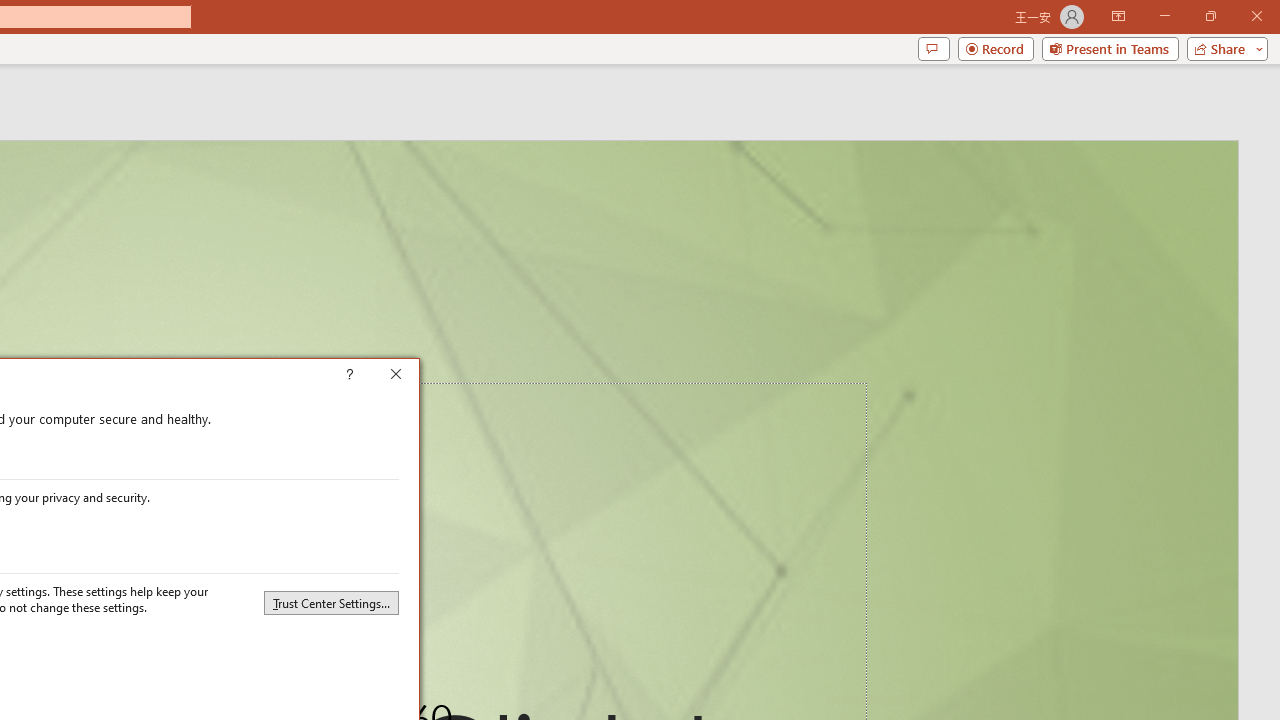  Describe the element at coordinates (378, 376) in the screenshot. I see `'Context help'` at that location.